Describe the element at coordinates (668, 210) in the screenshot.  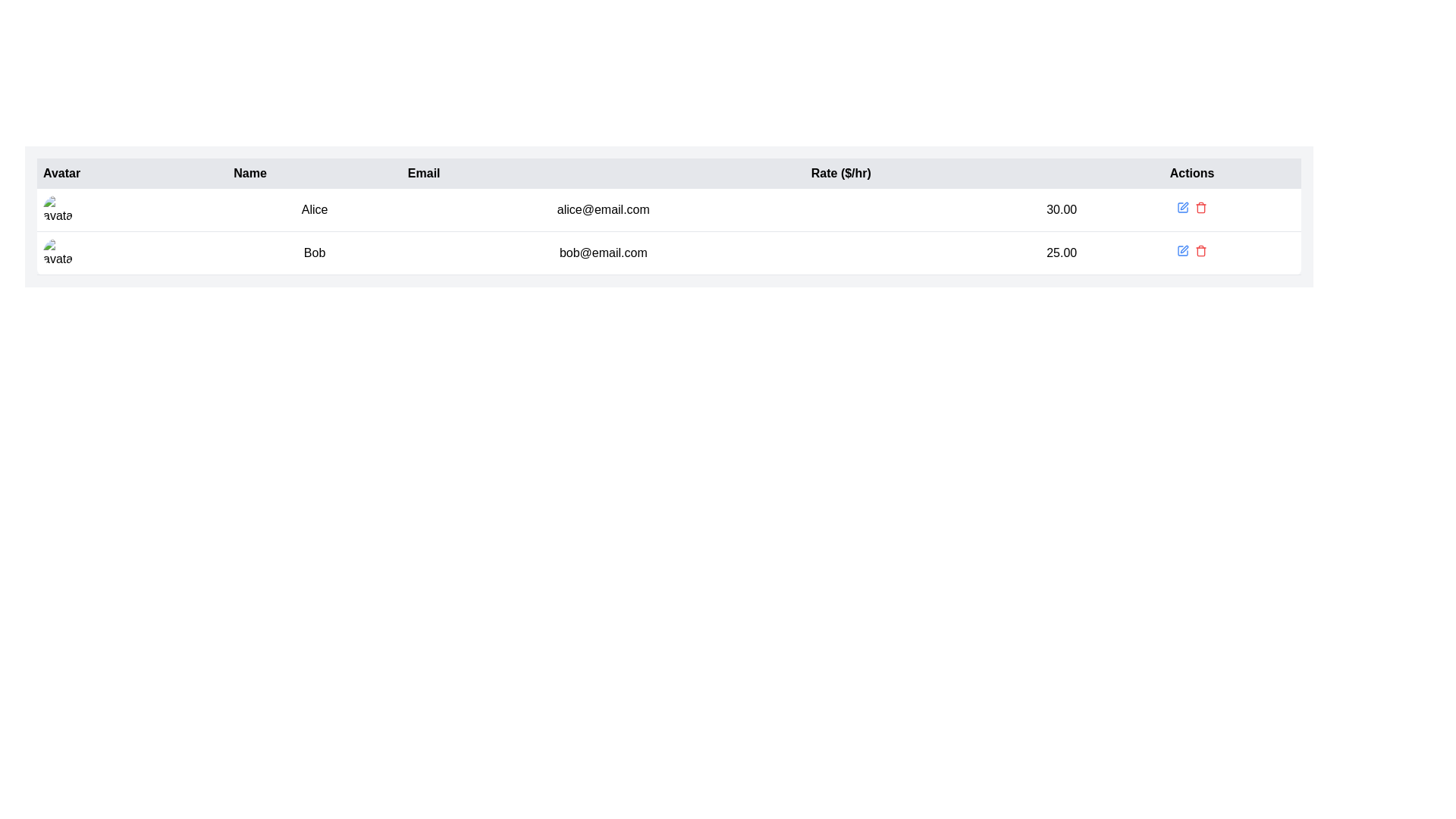
I see `the first row of the table that displays user information including avatar, name, email, and rate` at that location.